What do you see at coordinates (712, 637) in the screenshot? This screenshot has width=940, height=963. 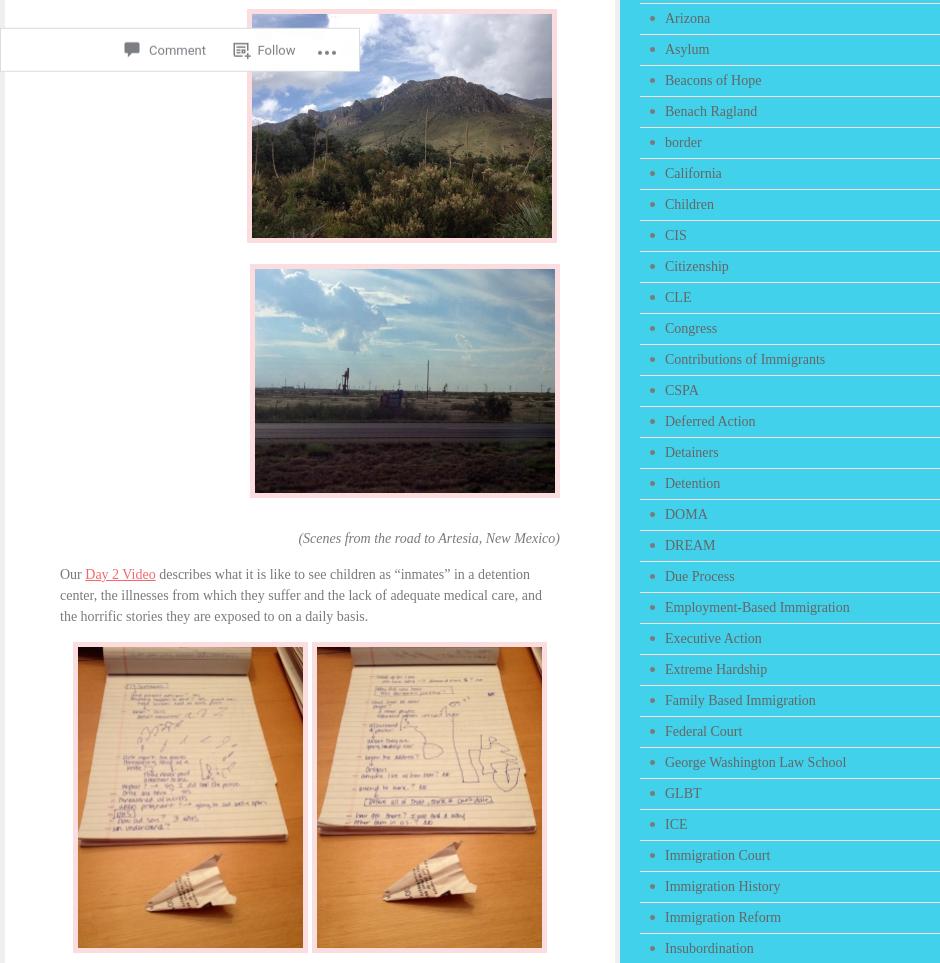 I see `'Executive Action'` at bounding box center [712, 637].